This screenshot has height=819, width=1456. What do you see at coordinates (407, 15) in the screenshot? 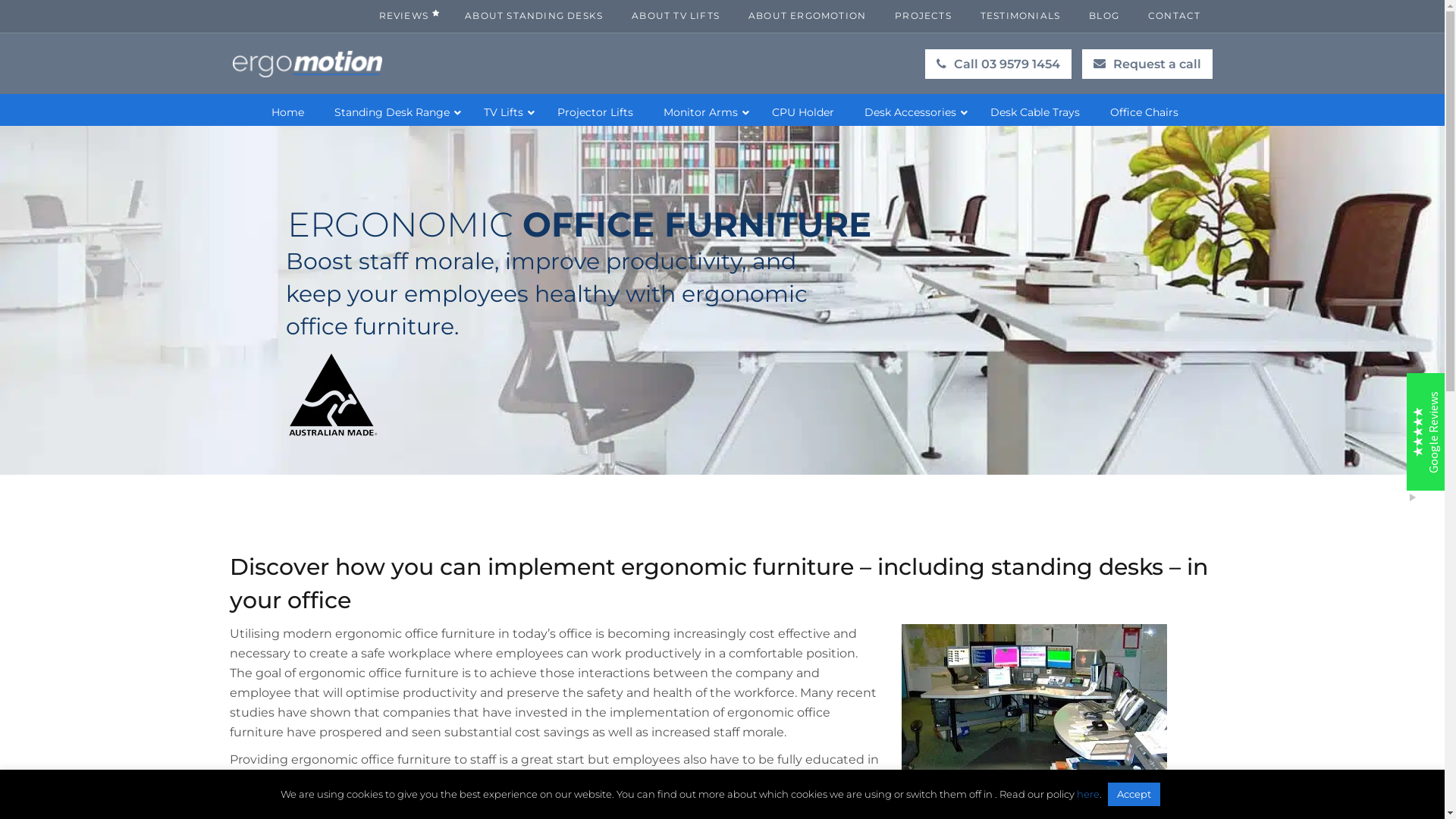
I see `'REVIEWS'` at bounding box center [407, 15].